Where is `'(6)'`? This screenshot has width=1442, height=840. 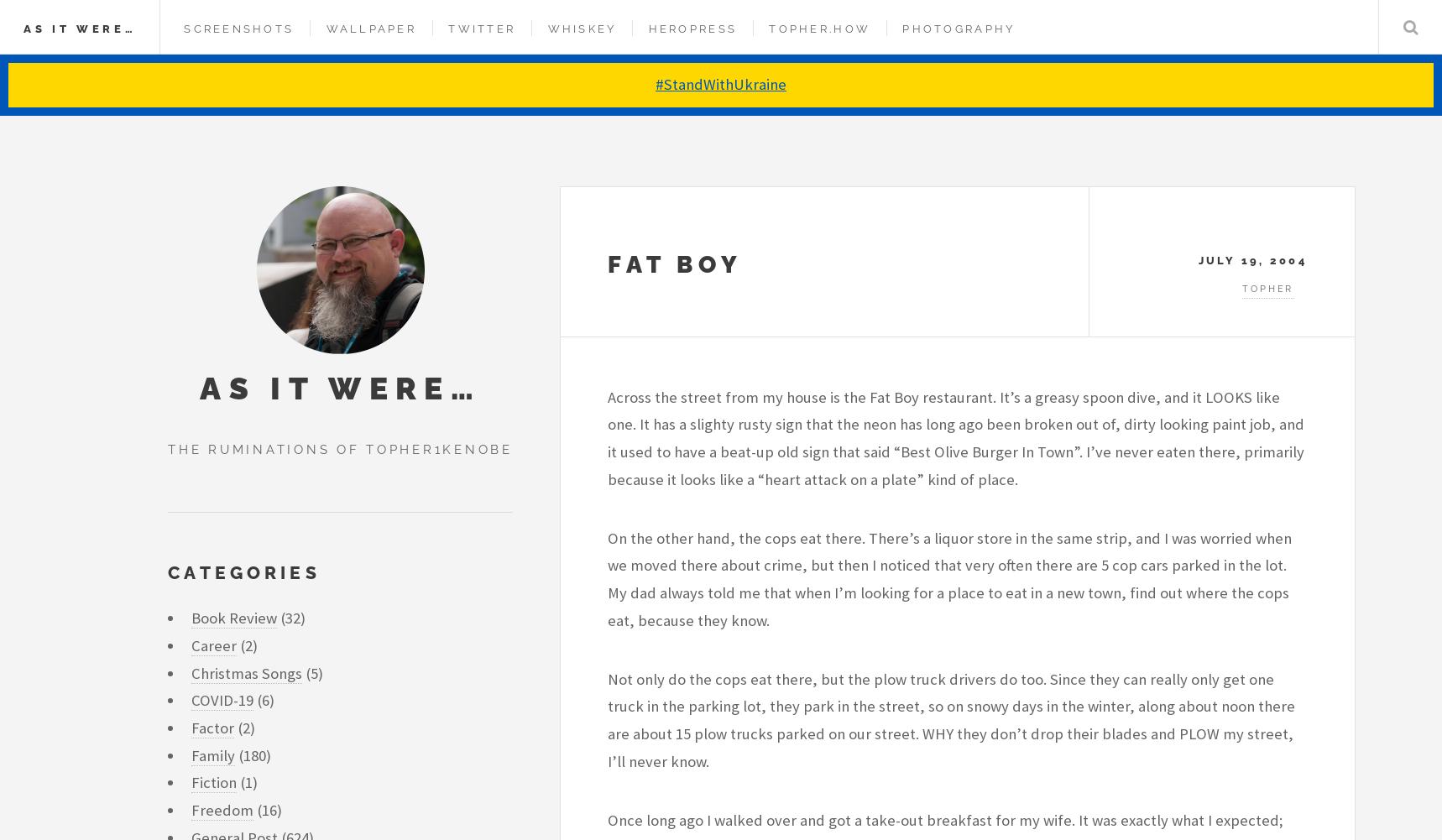
'(6)' is located at coordinates (264, 699).